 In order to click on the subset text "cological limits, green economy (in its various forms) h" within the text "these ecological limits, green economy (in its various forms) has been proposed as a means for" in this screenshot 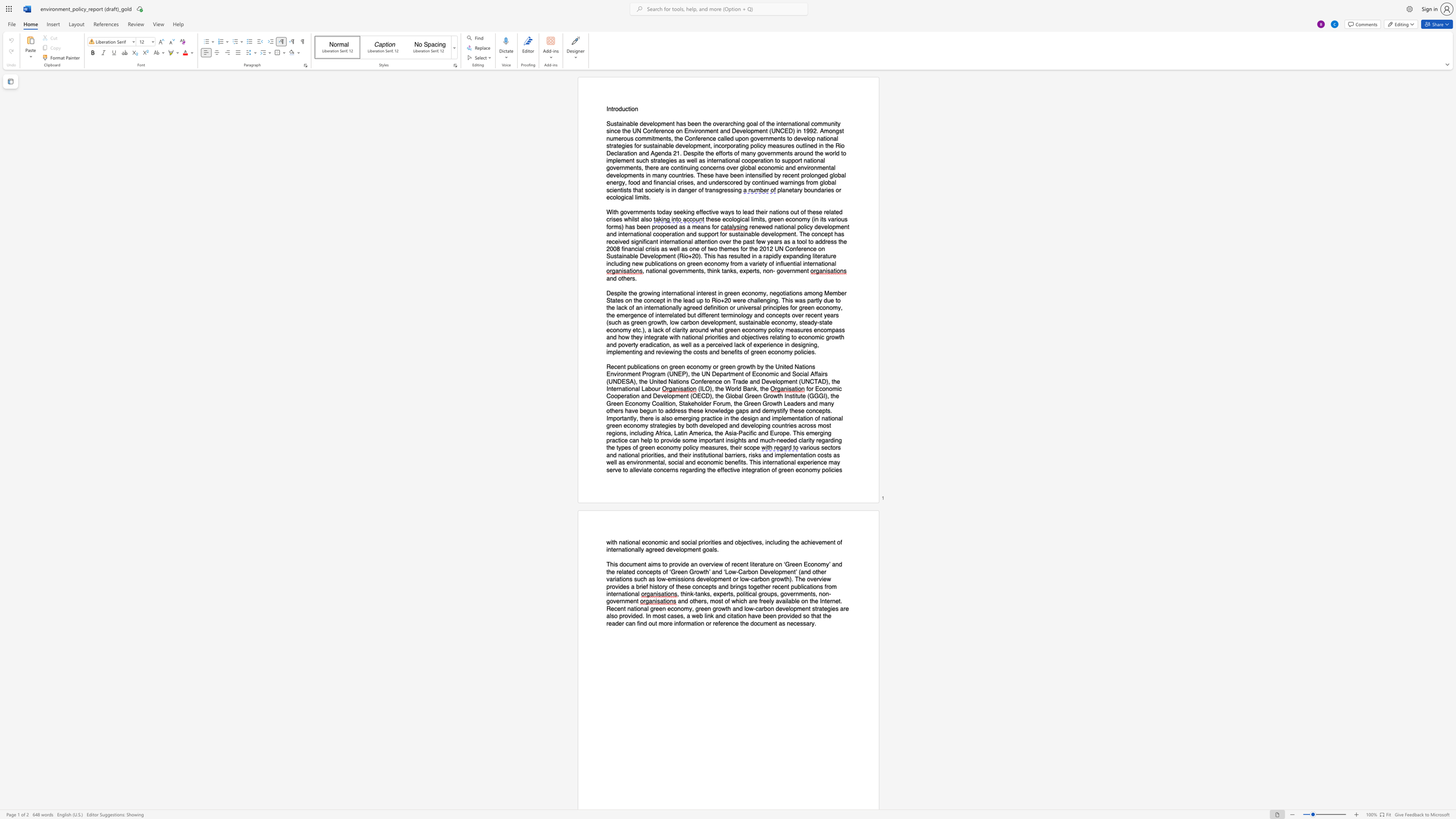, I will do `click(725, 219)`.